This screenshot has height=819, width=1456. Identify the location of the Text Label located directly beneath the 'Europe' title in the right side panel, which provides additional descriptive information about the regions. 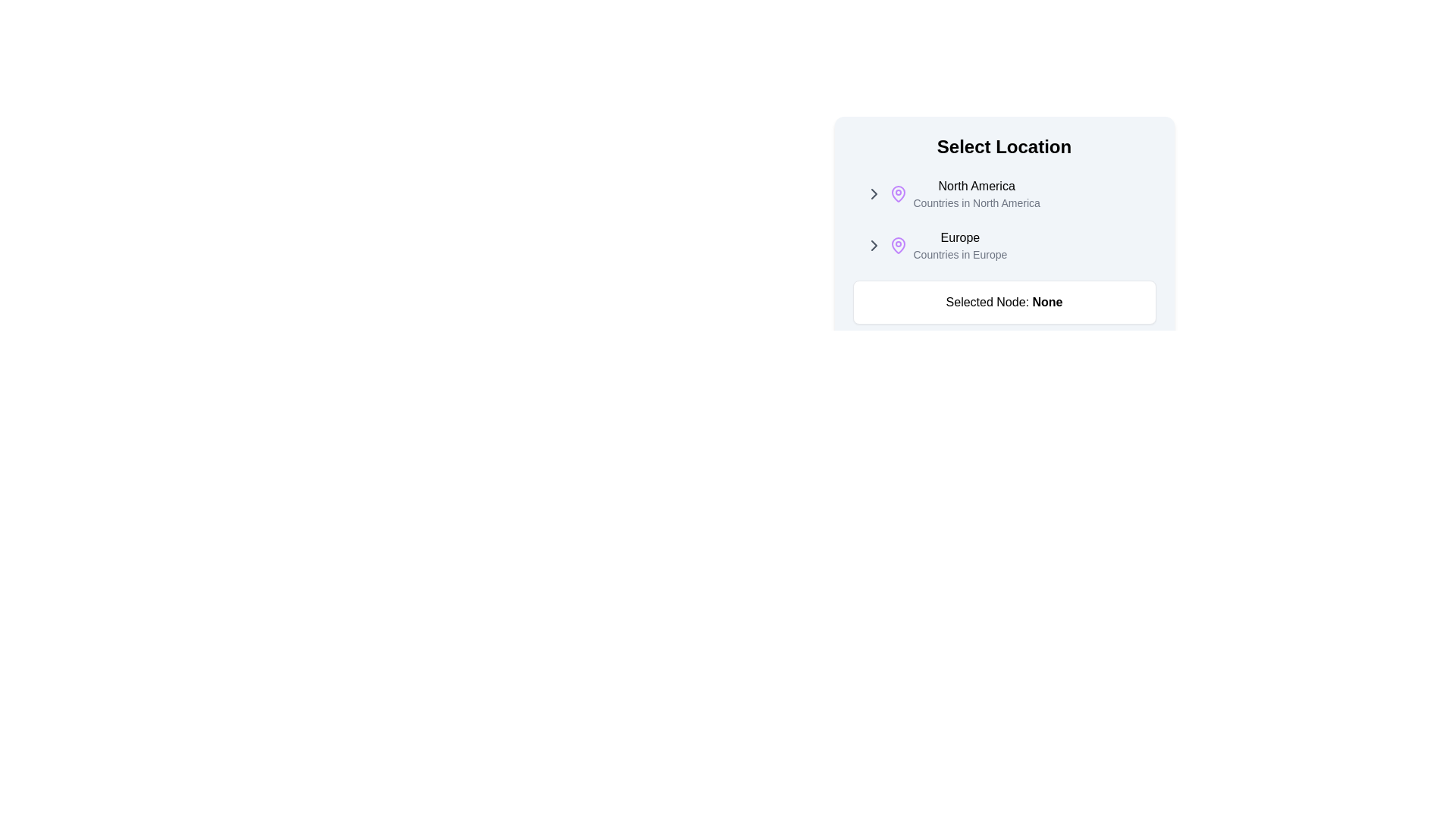
(959, 253).